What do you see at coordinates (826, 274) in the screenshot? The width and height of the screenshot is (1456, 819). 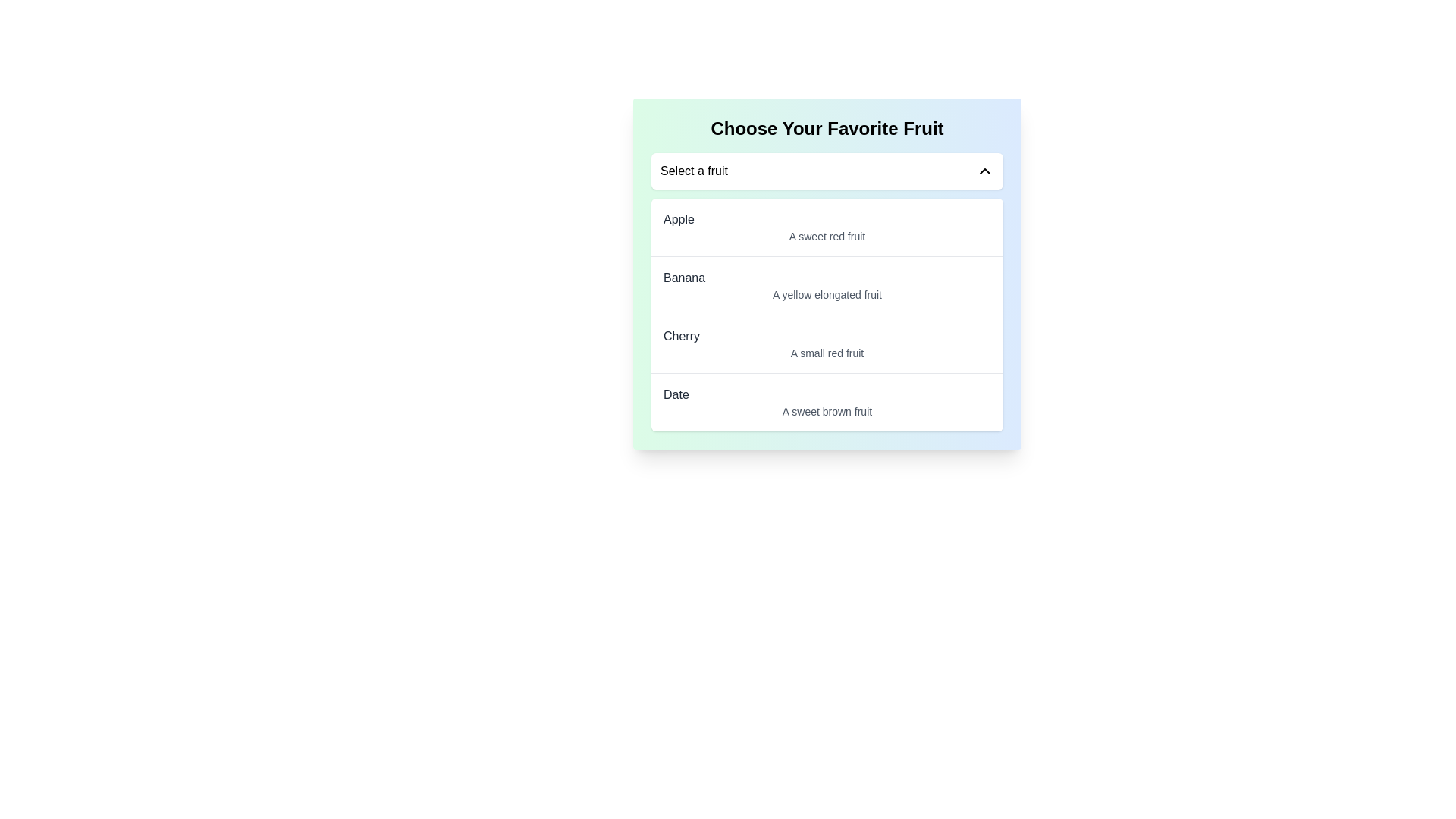 I see `the second item in the list labeled 'Banana'` at bounding box center [826, 274].